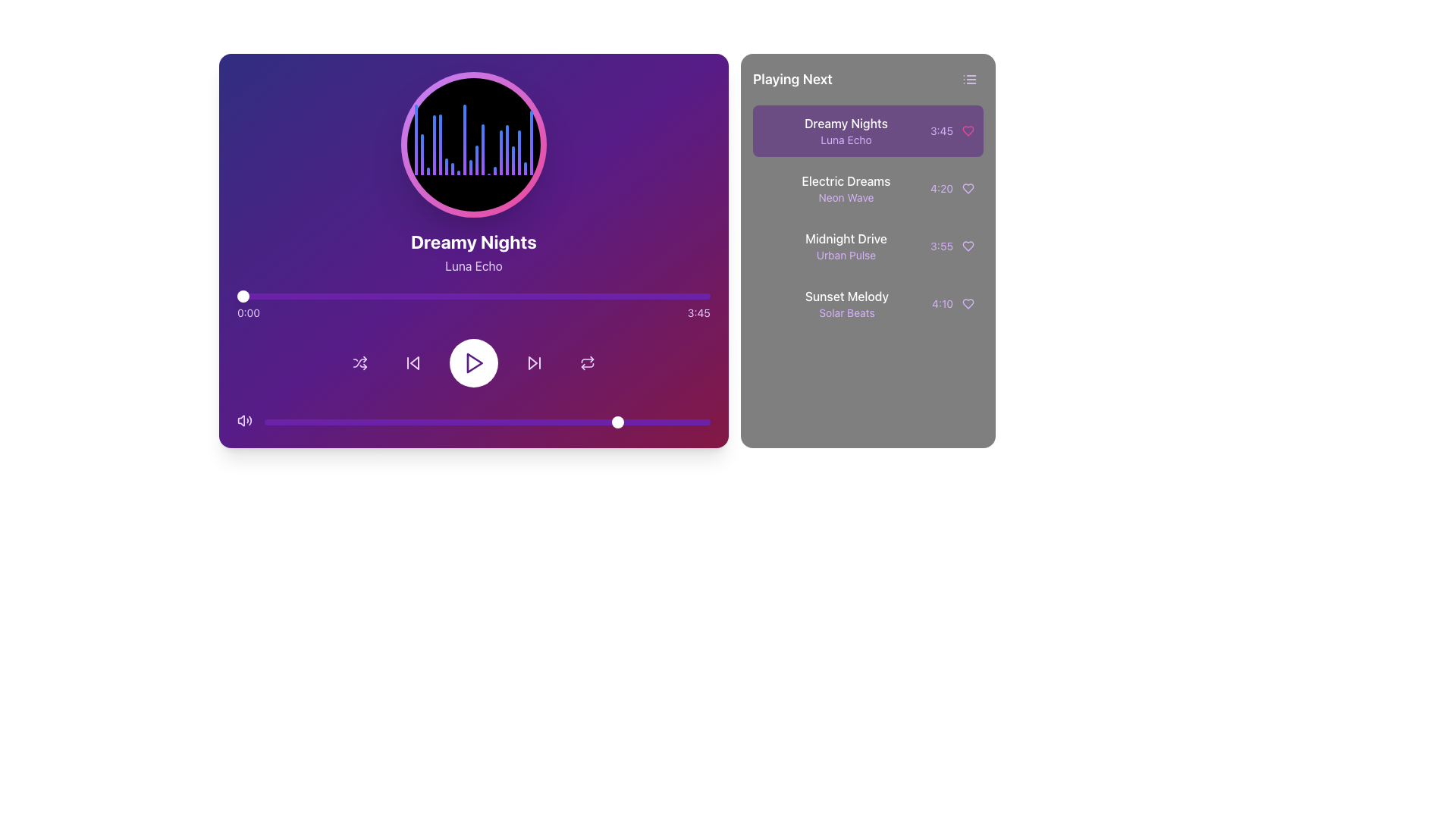 The height and width of the screenshot is (819, 1456). I want to click on the 18th graphical bar in the dynamic visualizer, which represents music frequency or rhythm, located in the upper center of the left panel, so click(525, 168).